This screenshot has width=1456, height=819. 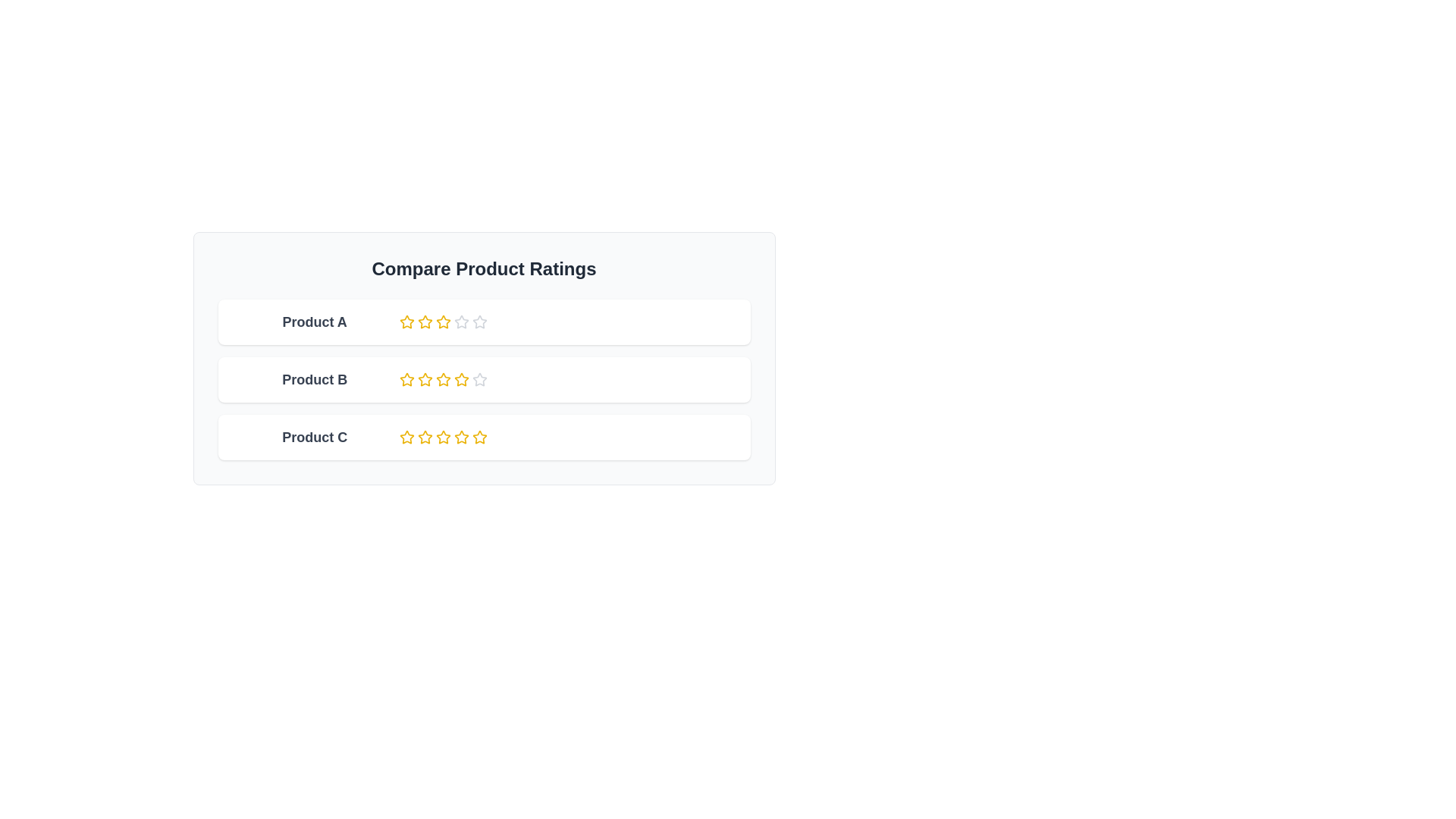 What do you see at coordinates (483, 438) in the screenshot?
I see `details of the rating display for Product C, which is visually represented by stars and is the third card in a vertical list of products` at bounding box center [483, 438].